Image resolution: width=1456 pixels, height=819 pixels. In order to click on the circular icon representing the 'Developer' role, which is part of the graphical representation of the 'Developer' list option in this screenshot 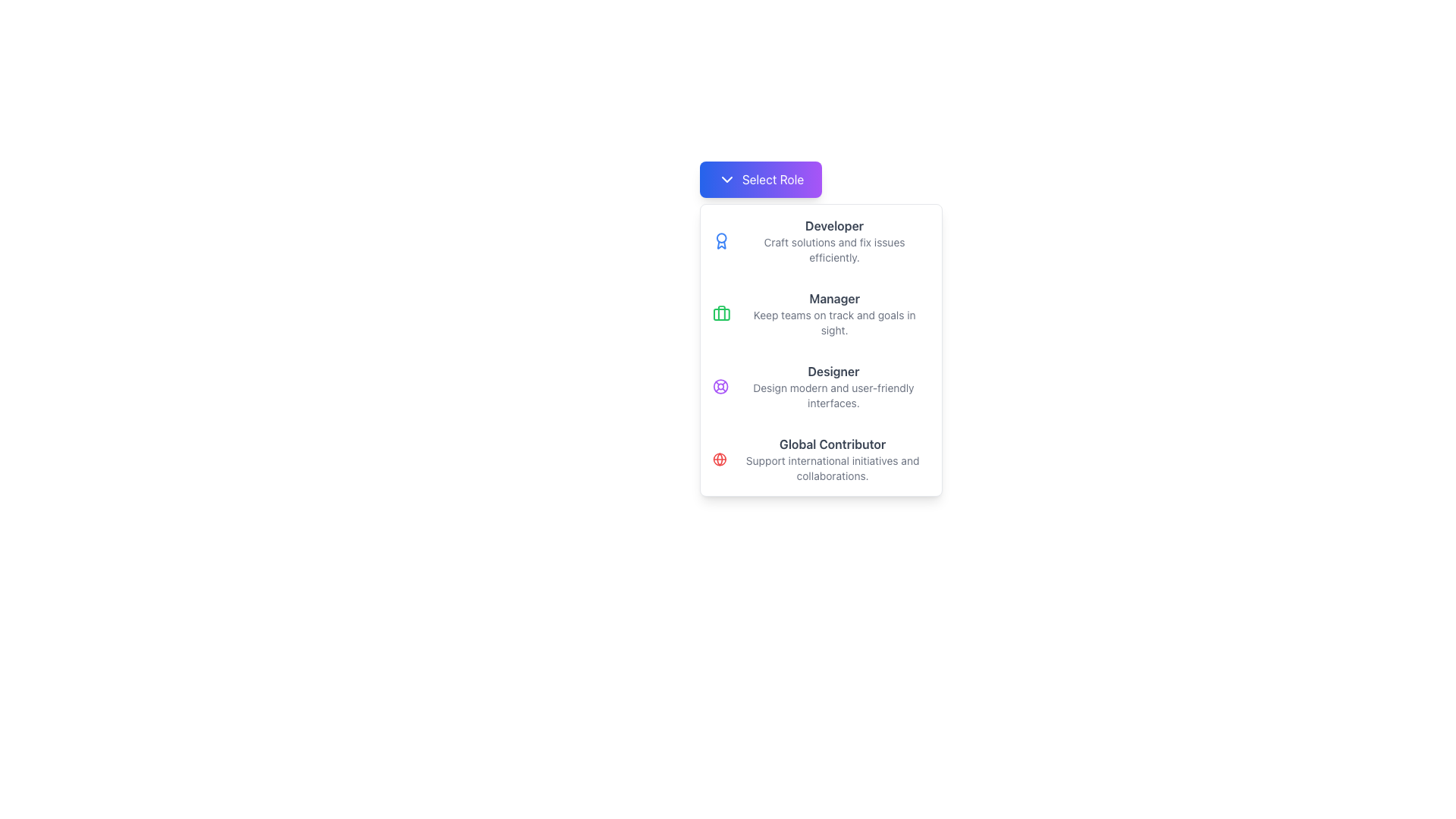, I will do `click(720, 238)`.